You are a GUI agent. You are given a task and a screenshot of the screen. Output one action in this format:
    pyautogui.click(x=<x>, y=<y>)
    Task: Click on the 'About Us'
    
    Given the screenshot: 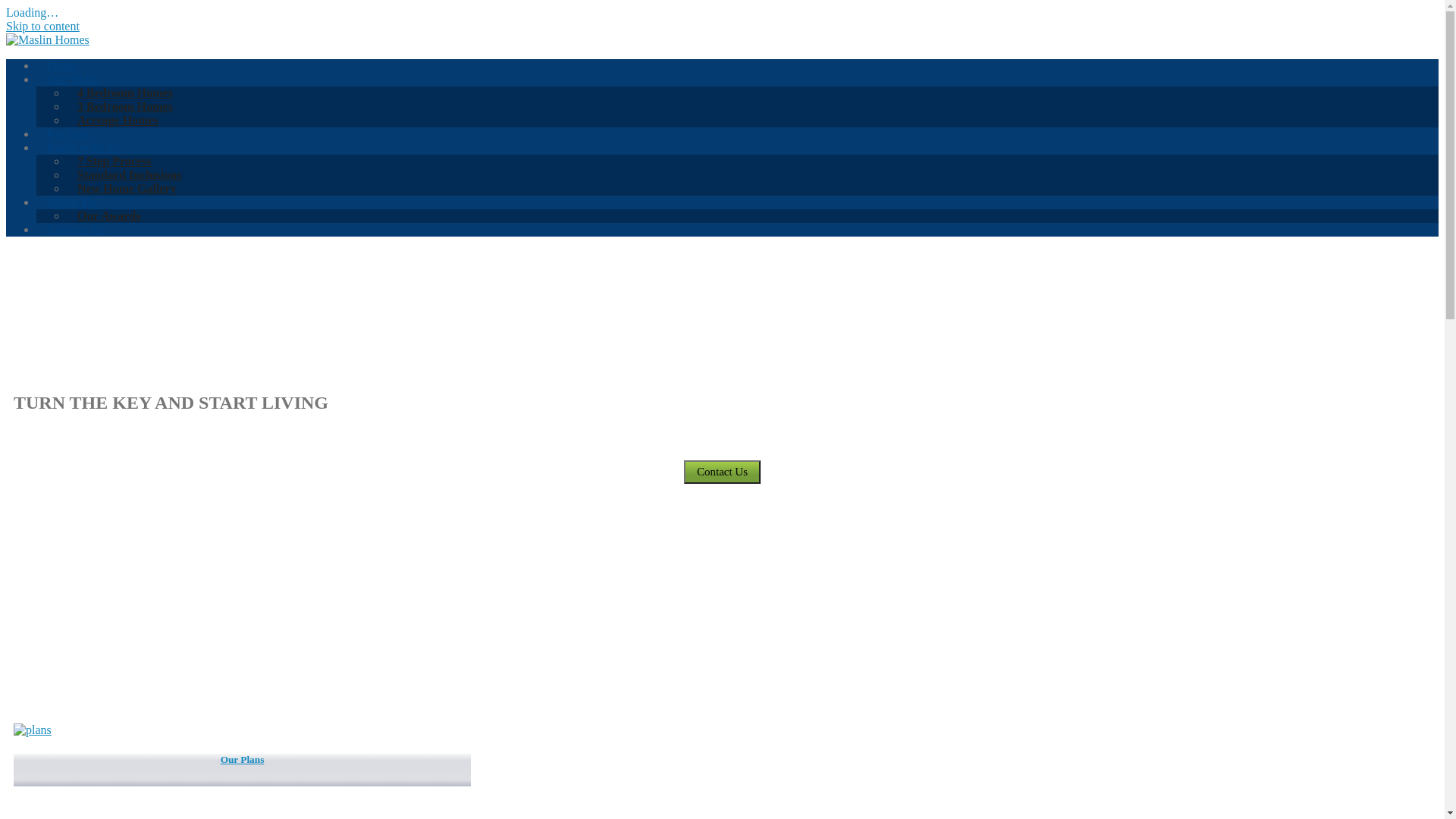 What is the action you would take?
    pyautogui.click(x=36, y=201)
    